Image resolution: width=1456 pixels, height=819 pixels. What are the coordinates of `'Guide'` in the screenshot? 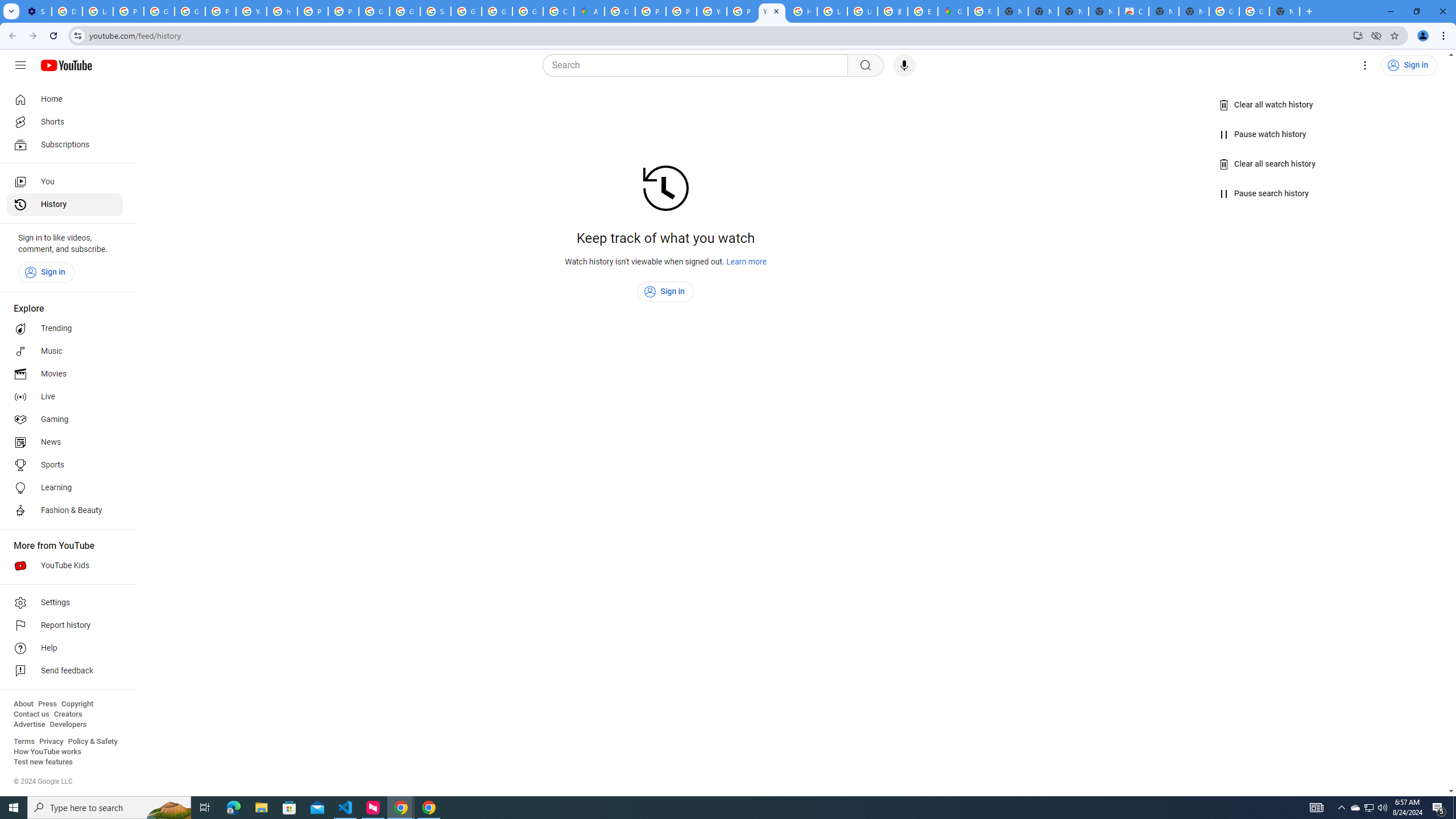 It's located at (19, 65).